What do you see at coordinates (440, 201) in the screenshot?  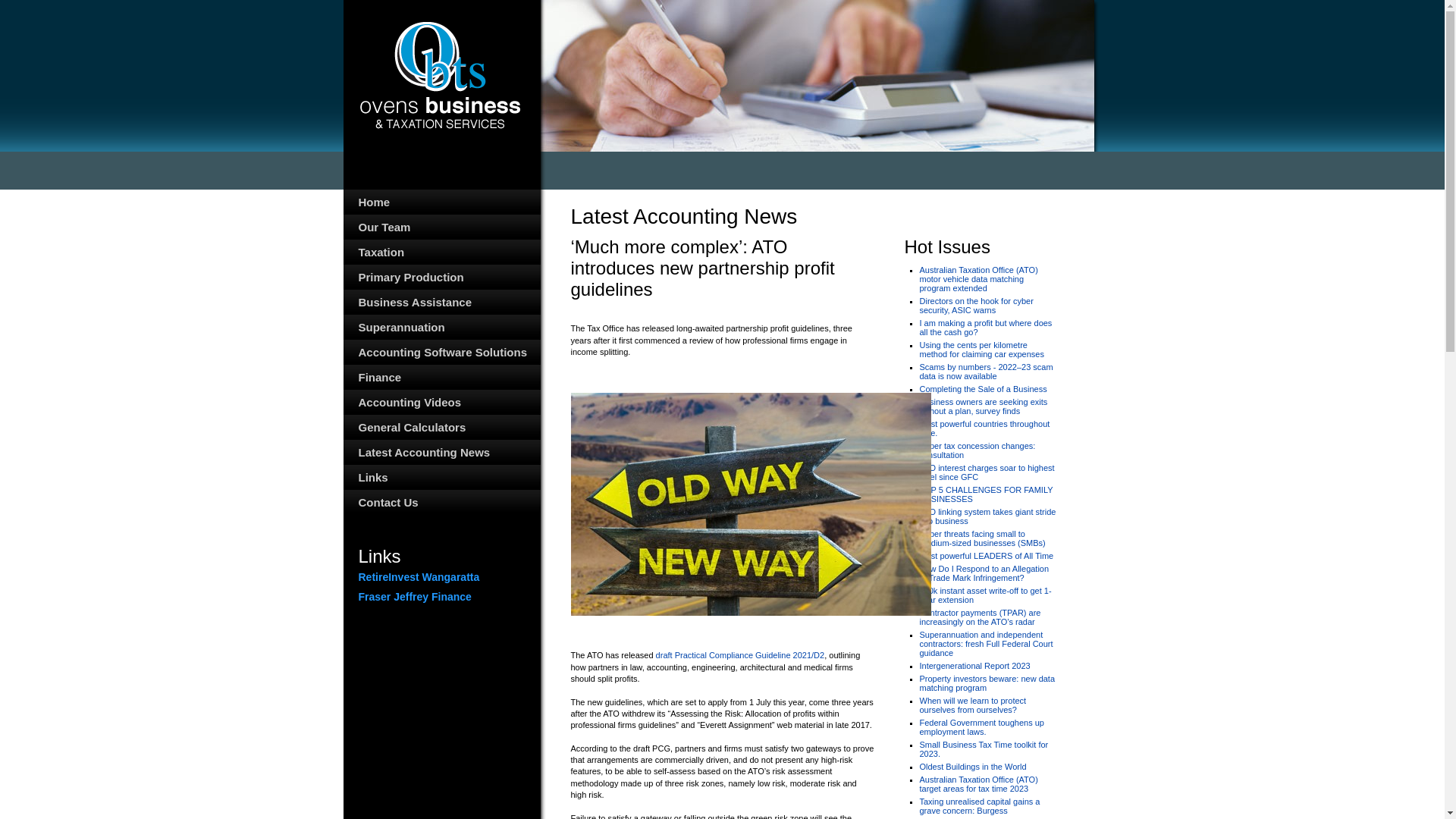 I see `'Home'` at bounding box center [440, 201].